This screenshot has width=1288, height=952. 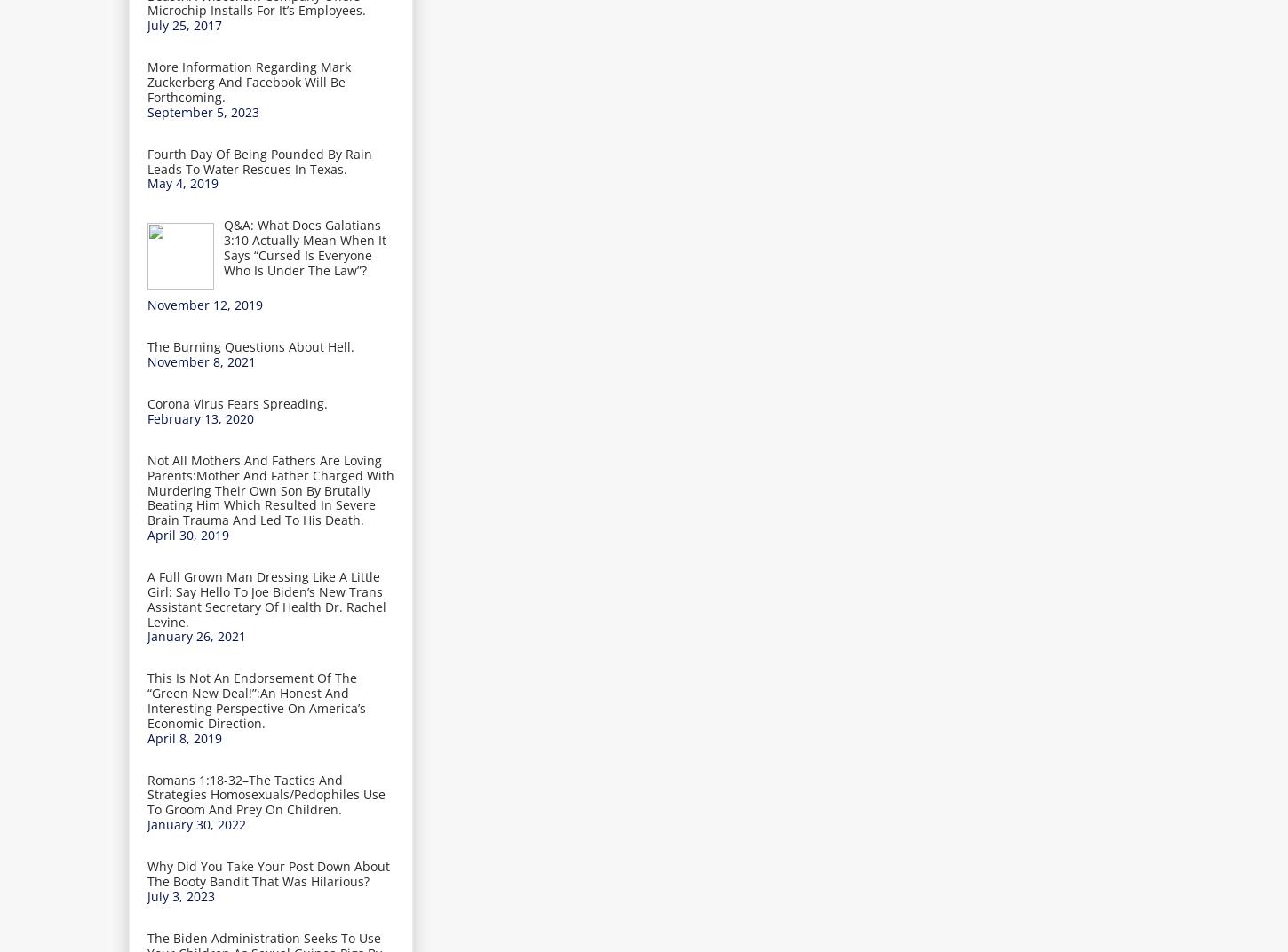 What do you see at coordinates (270, 488) in the screenshot?
I see `'Not All Mothers And Fathers Are Loving Parents:Mother And Father Charged With Murdering Their Own Son  By Brutally Beating Him Which Resulted In Severe Brain Trauma And Led To His Death.'` at bounding box center [270, 488].